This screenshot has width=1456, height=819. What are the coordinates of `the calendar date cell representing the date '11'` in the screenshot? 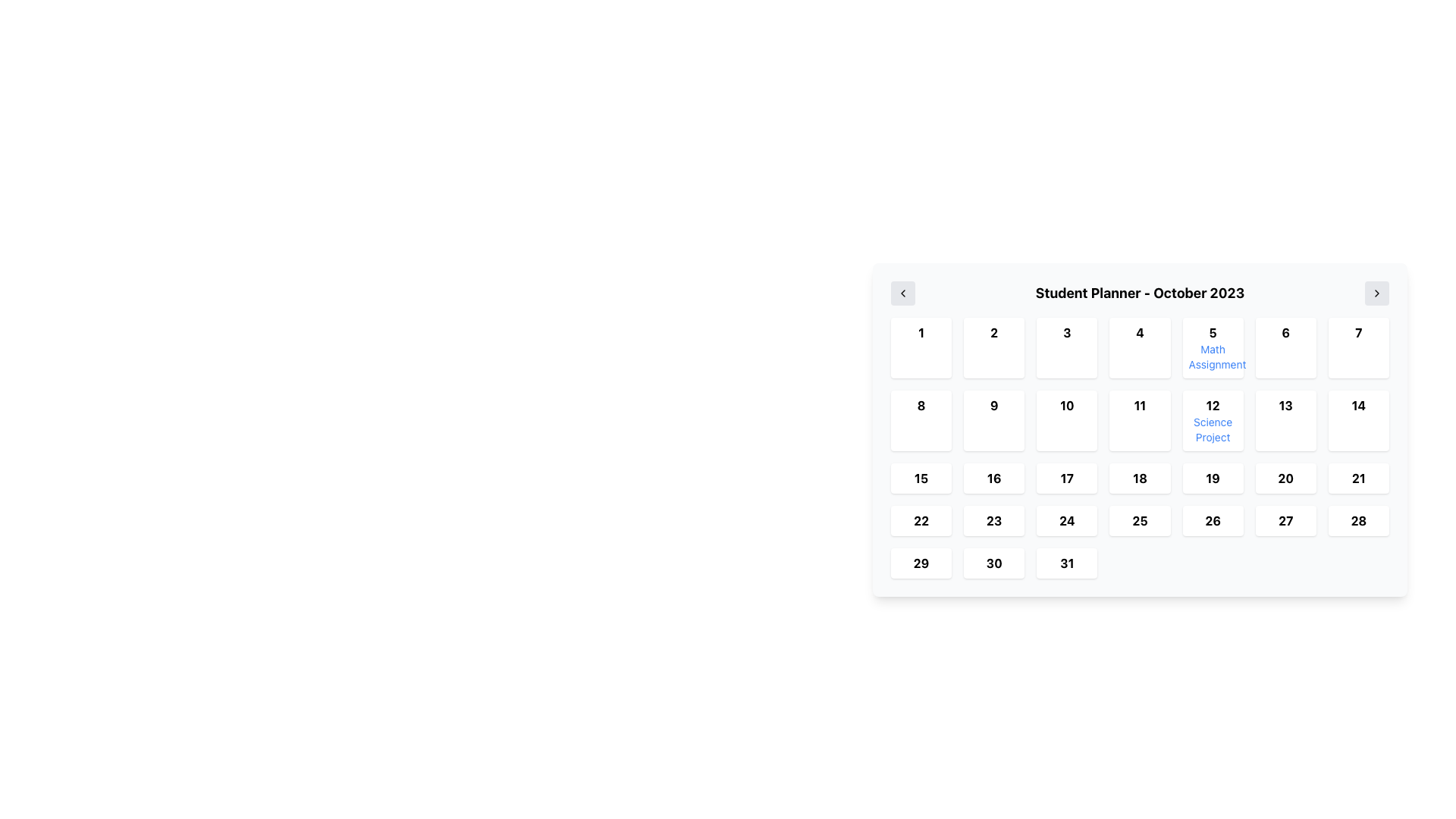 It's located at (1140, 421).